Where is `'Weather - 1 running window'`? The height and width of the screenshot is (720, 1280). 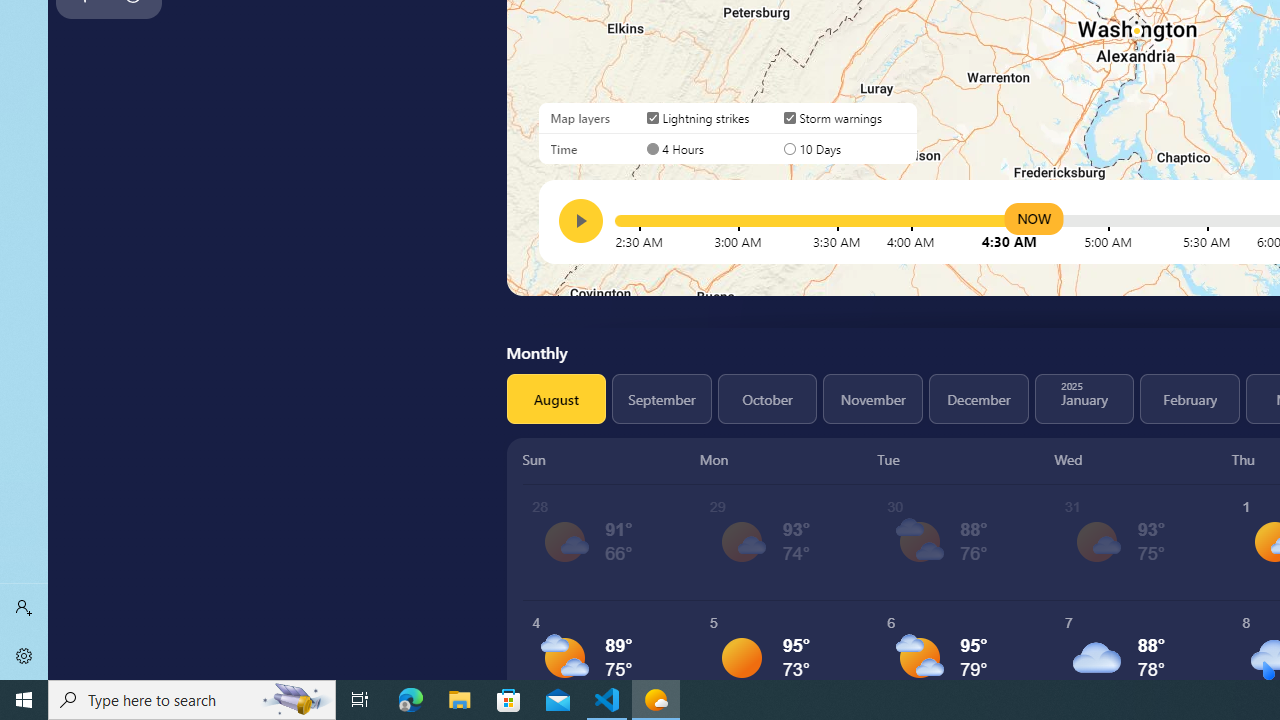
'Weather - 1 running window' is located at coordinates (656, 698).